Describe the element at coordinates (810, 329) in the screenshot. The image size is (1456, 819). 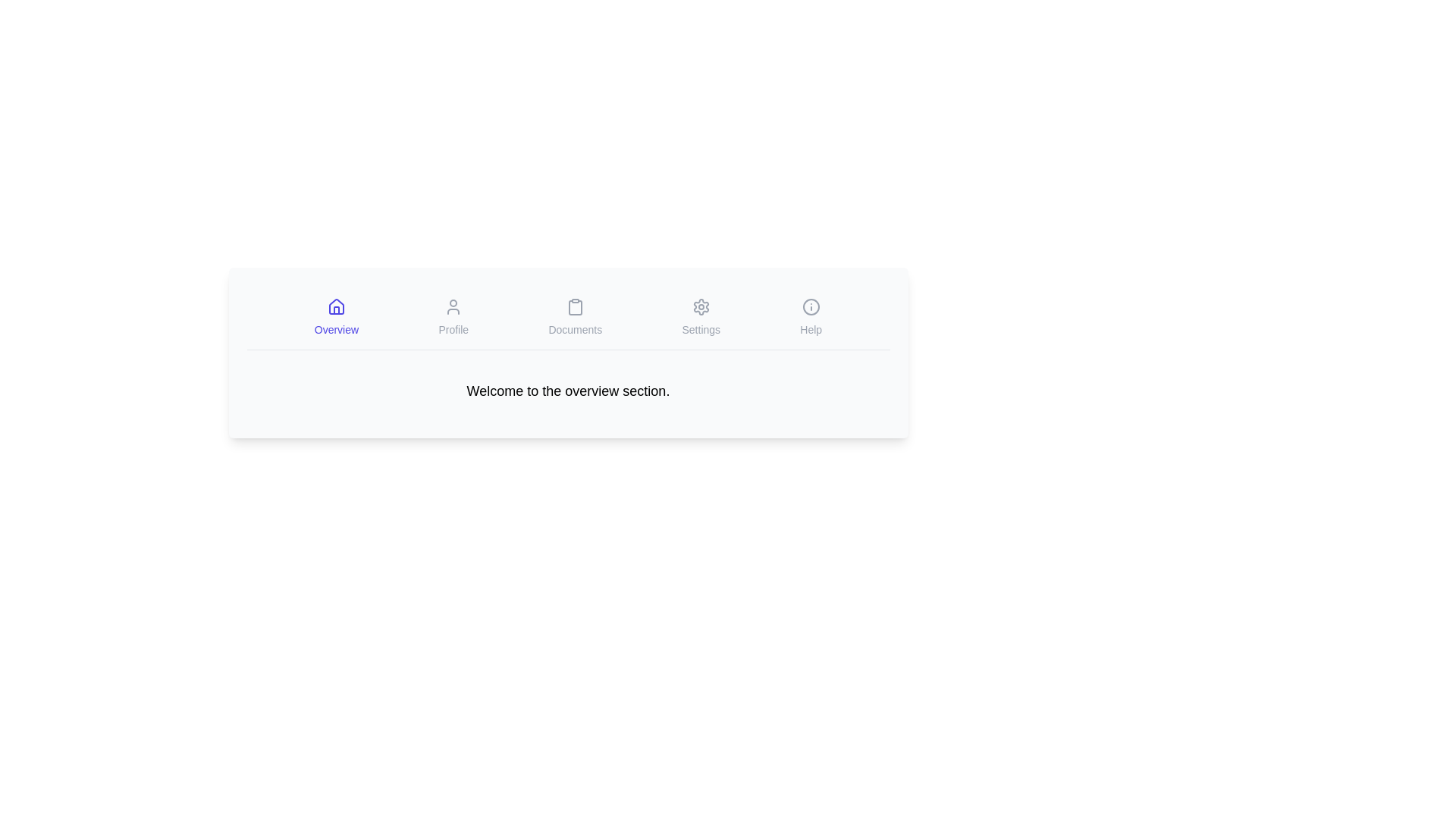
I see `the Text label located at the bottom-right of the page, which describes the functionality of the associated 'info' icon above it` at that location.